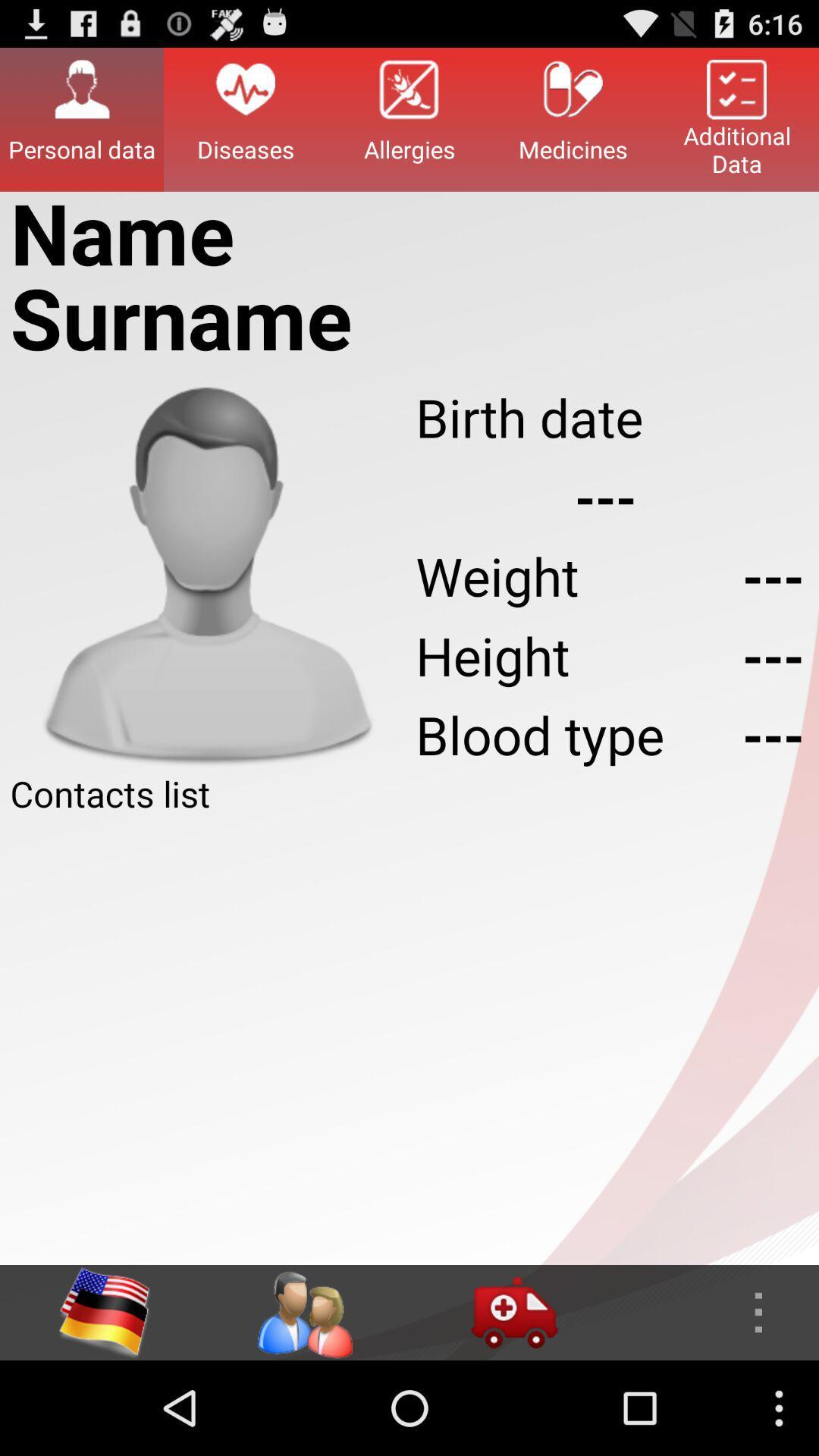 This screenshot has height=1456, width=819. I want to click on personal data button, so click(82, 118).